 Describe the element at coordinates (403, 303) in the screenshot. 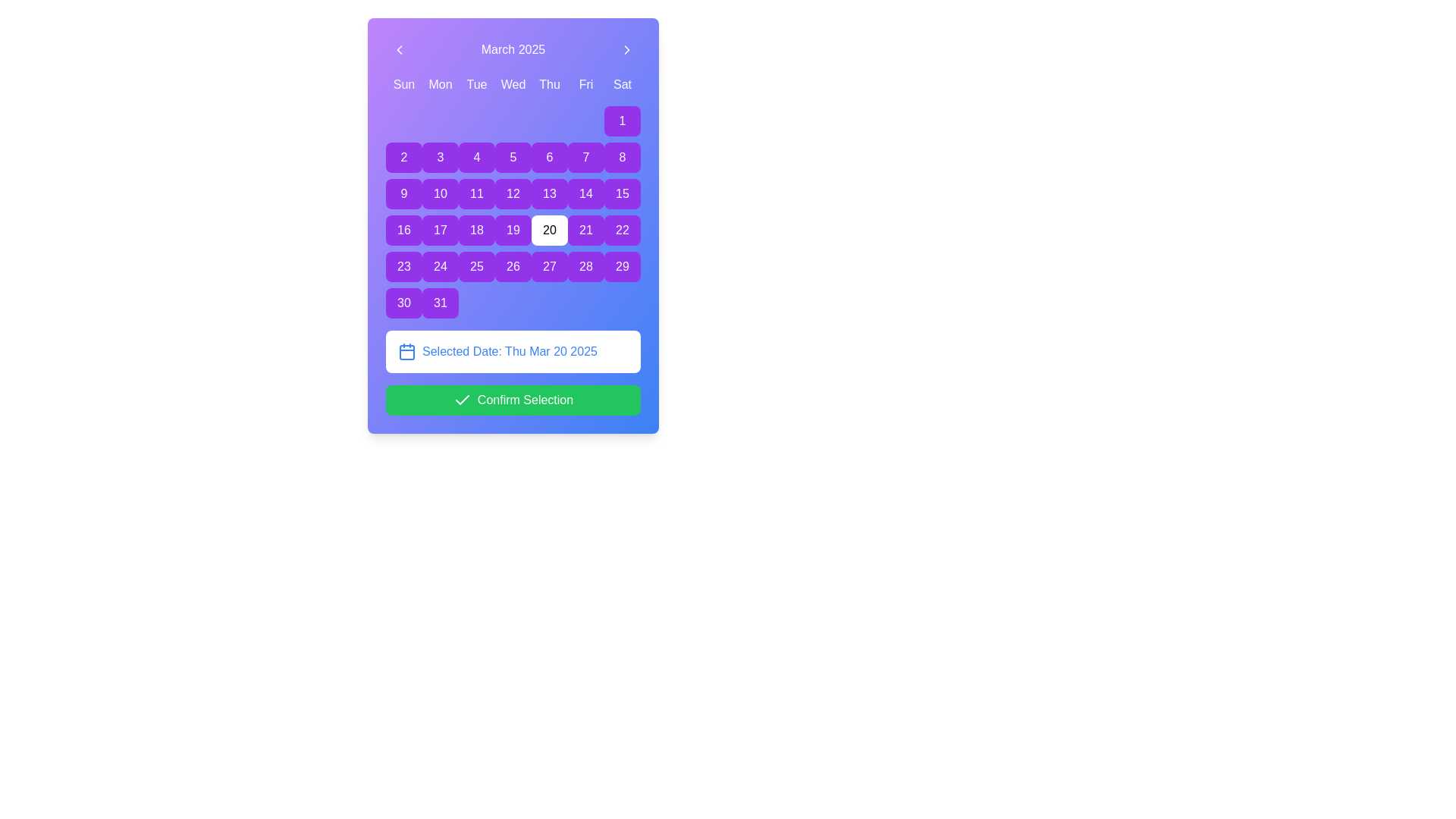

I see `the button labeled '30' with a purple background and white text` at that location.